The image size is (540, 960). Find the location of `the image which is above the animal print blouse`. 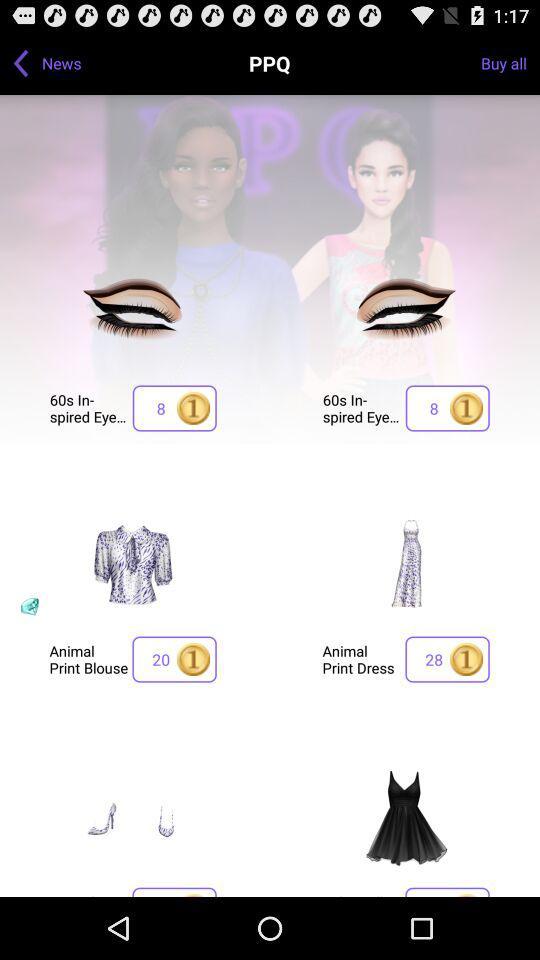

the image which is above the animal print blouse is located at coordinates (133, 566).